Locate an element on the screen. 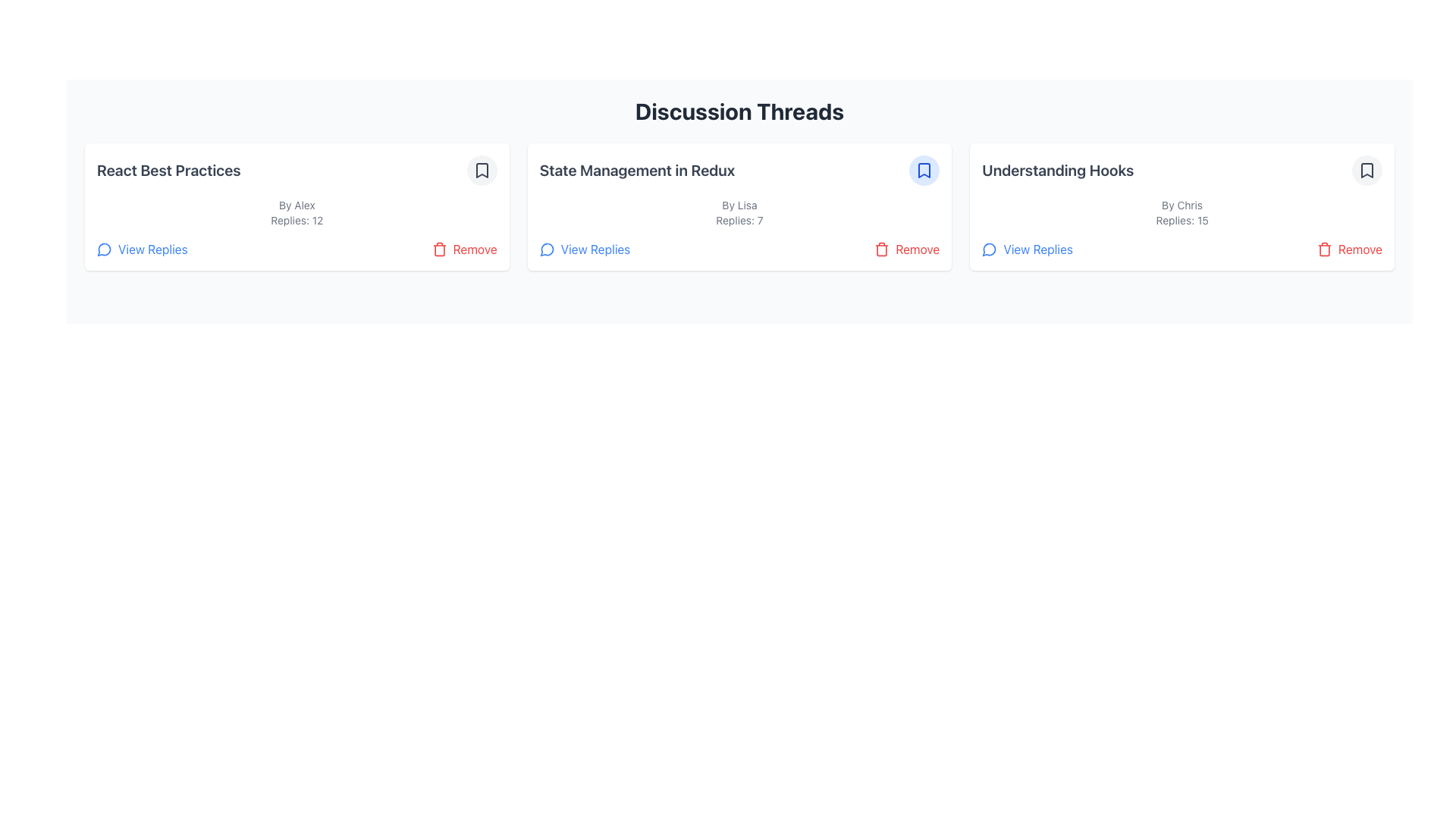 The width and height of the screenshot is (1456, 819). the appearance of the icon located to the left of the 'View Replies' link in the 'React Best Practices' card section is located at coordinates (104, 248).